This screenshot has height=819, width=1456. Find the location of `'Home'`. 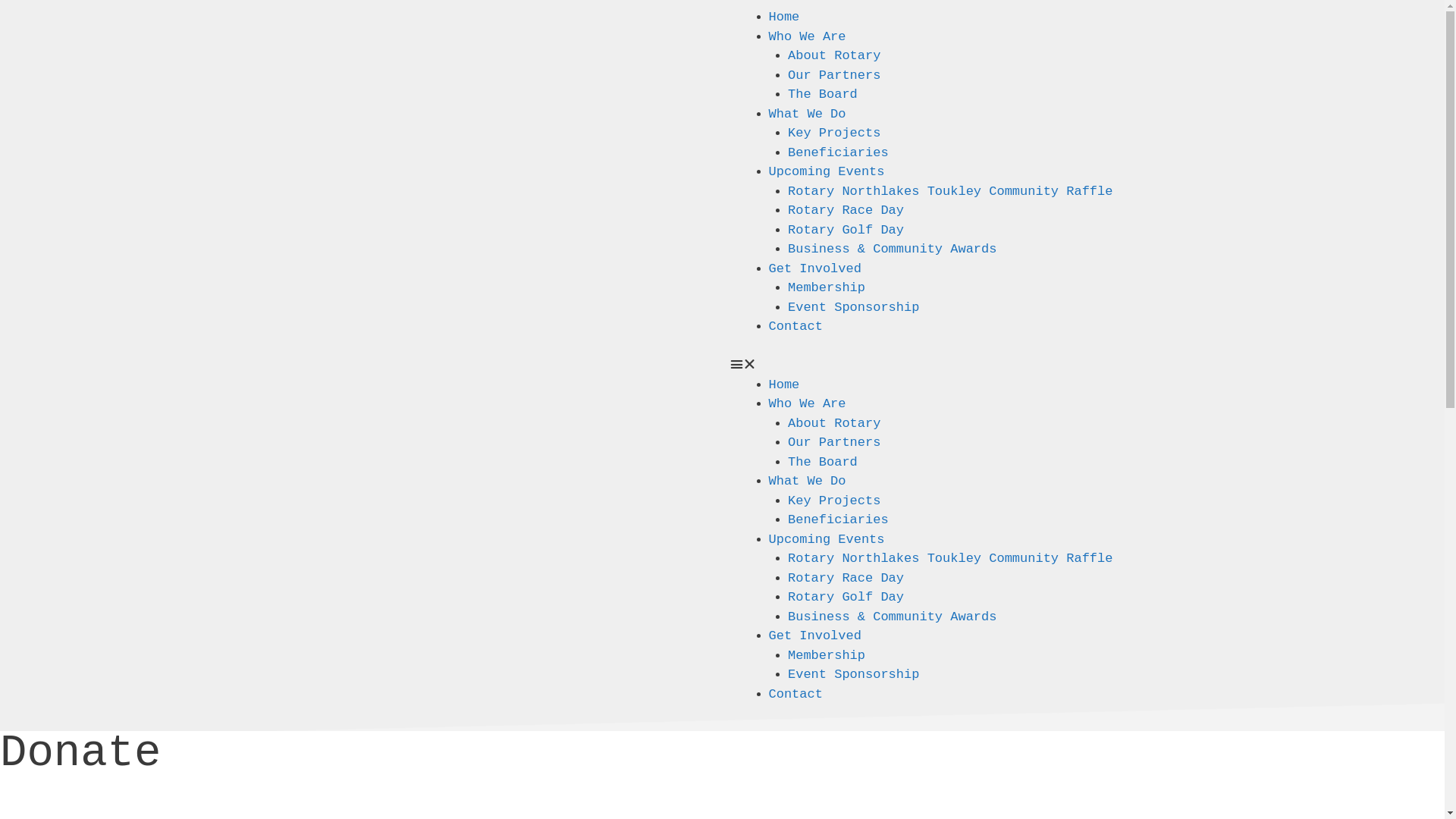

'Home' is located at coordinates (784, 17).